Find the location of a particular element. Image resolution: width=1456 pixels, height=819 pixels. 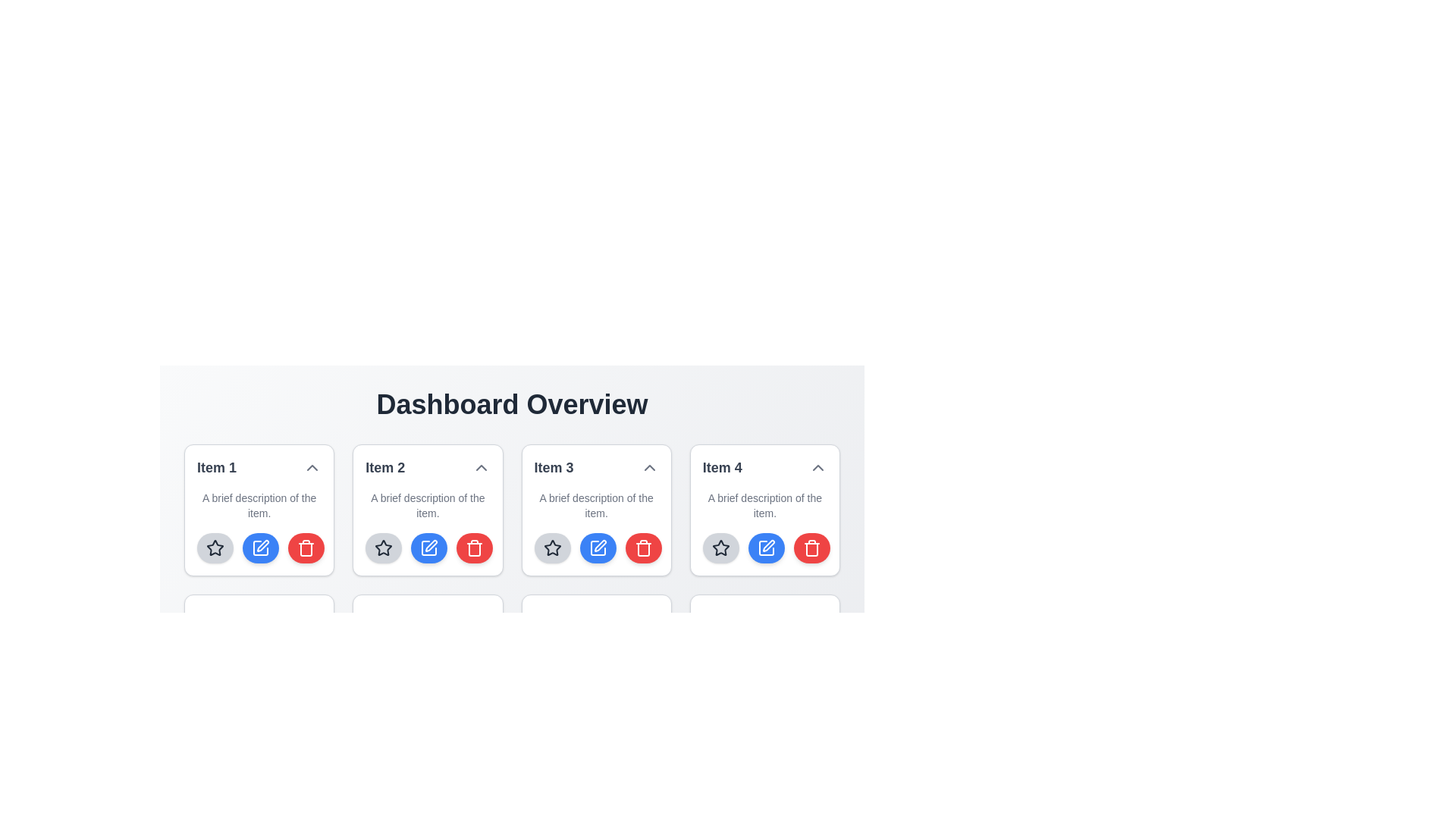

the edit button located at the bottom of the card for 'Item 2' is located at coordinates (261, 698).